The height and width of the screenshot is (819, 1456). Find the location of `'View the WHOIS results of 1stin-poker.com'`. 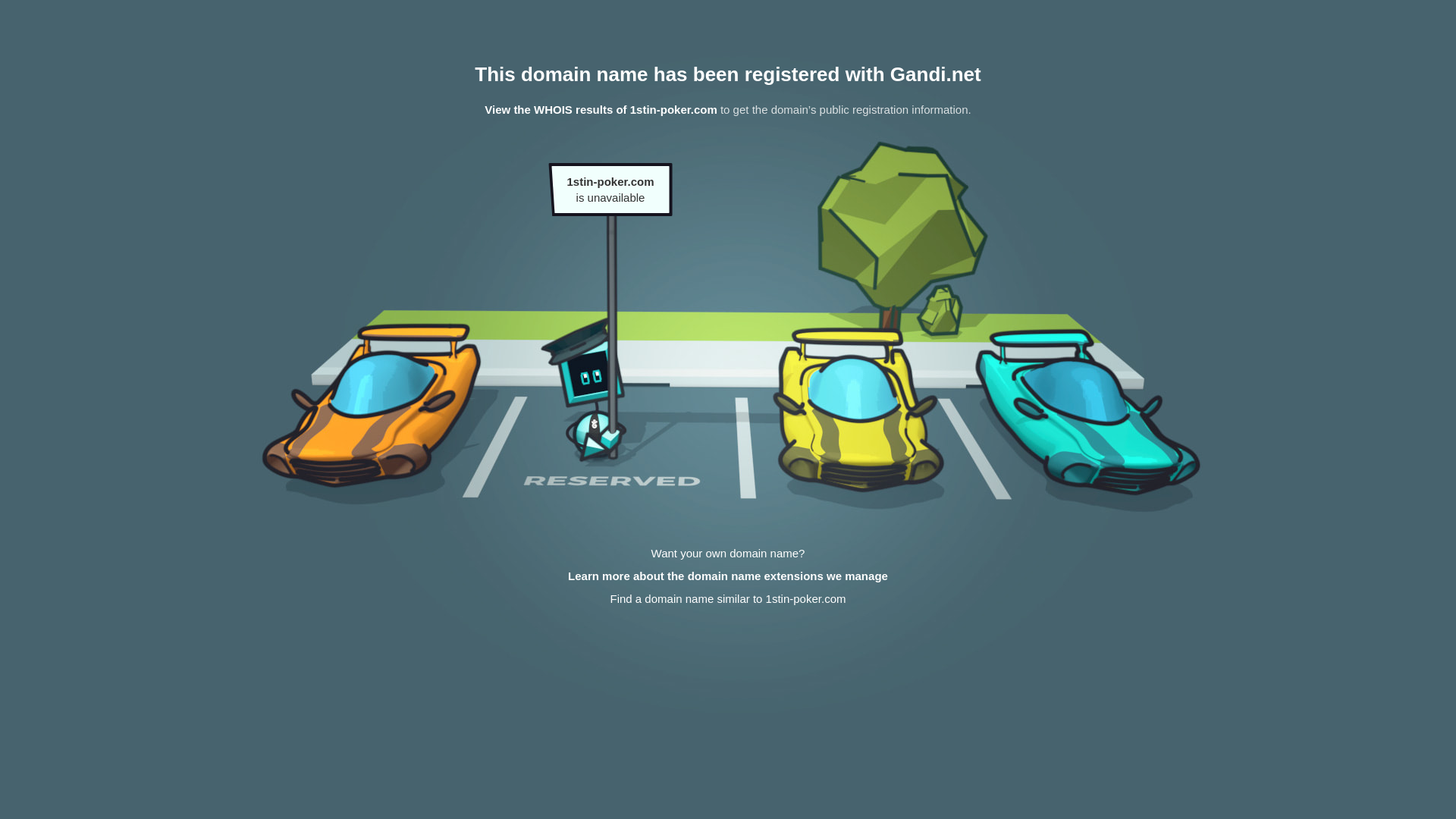

'View the WHOIS results of 1stin-poker.com' is located at coordinates (600, 108).